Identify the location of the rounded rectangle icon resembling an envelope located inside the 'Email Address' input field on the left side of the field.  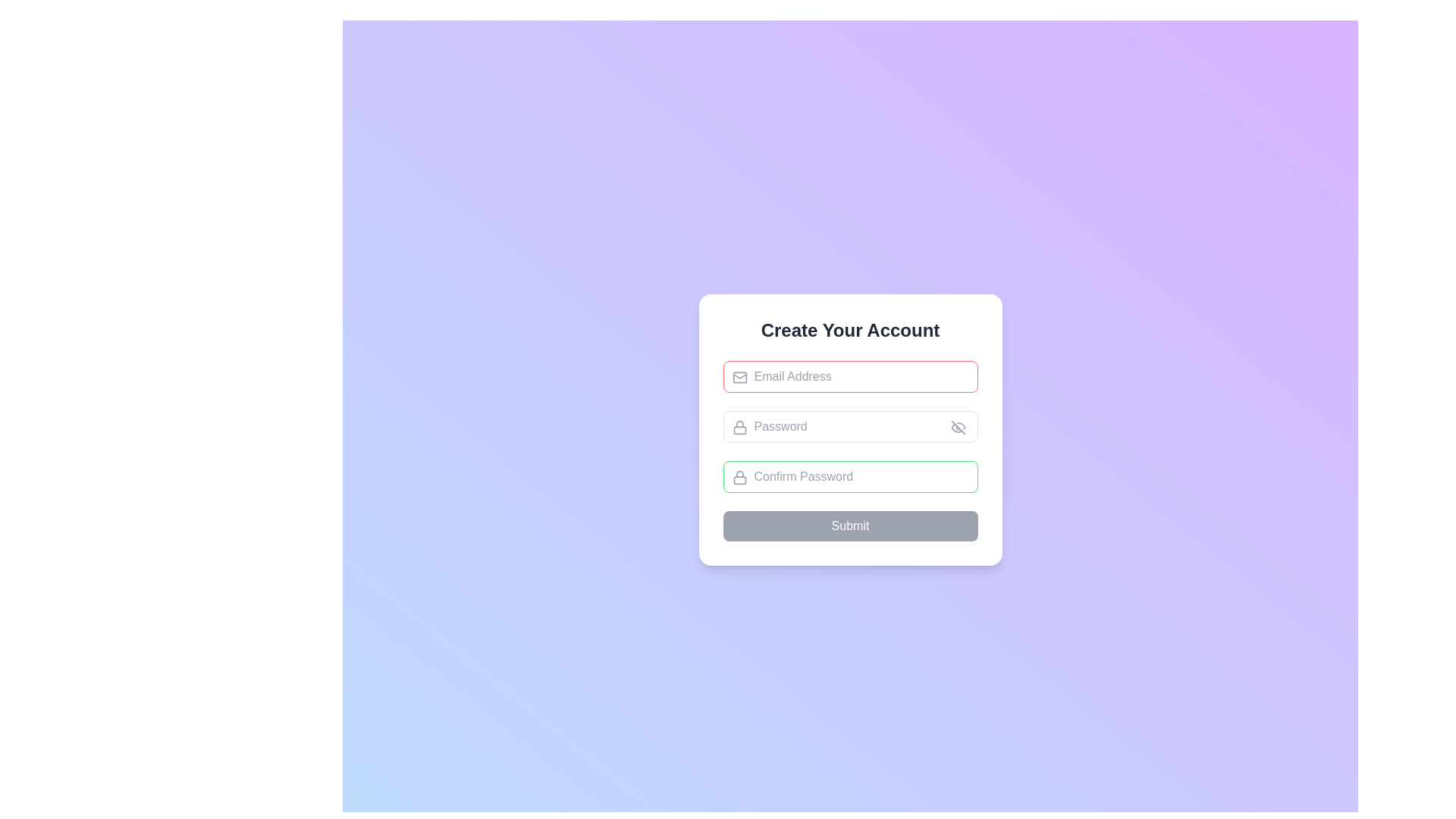
(739, 376).